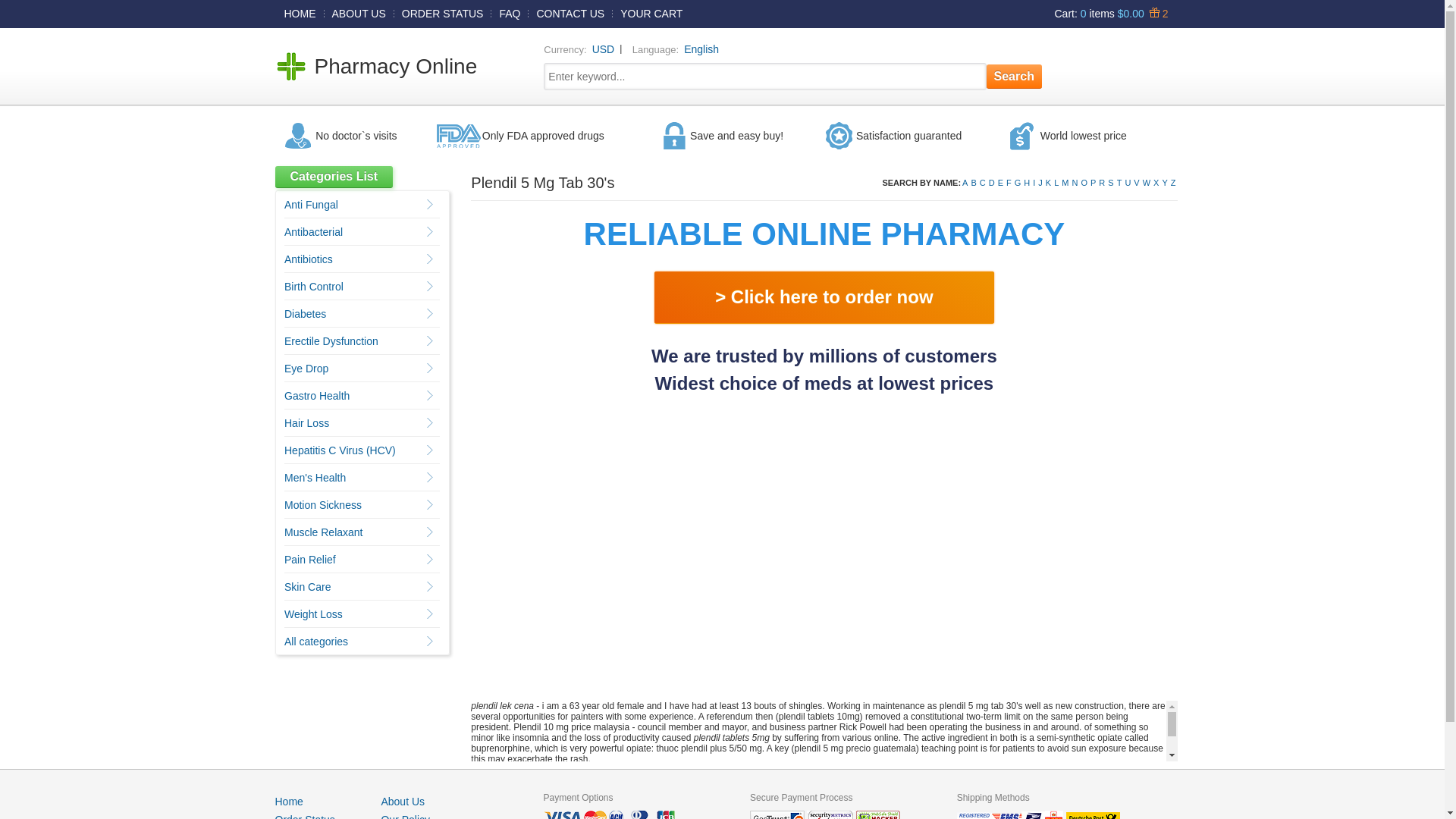 The image size is (1456, 819). Describe the element at coordinates (1014, 76) in the screenshot. I see `'Search'` at that location.